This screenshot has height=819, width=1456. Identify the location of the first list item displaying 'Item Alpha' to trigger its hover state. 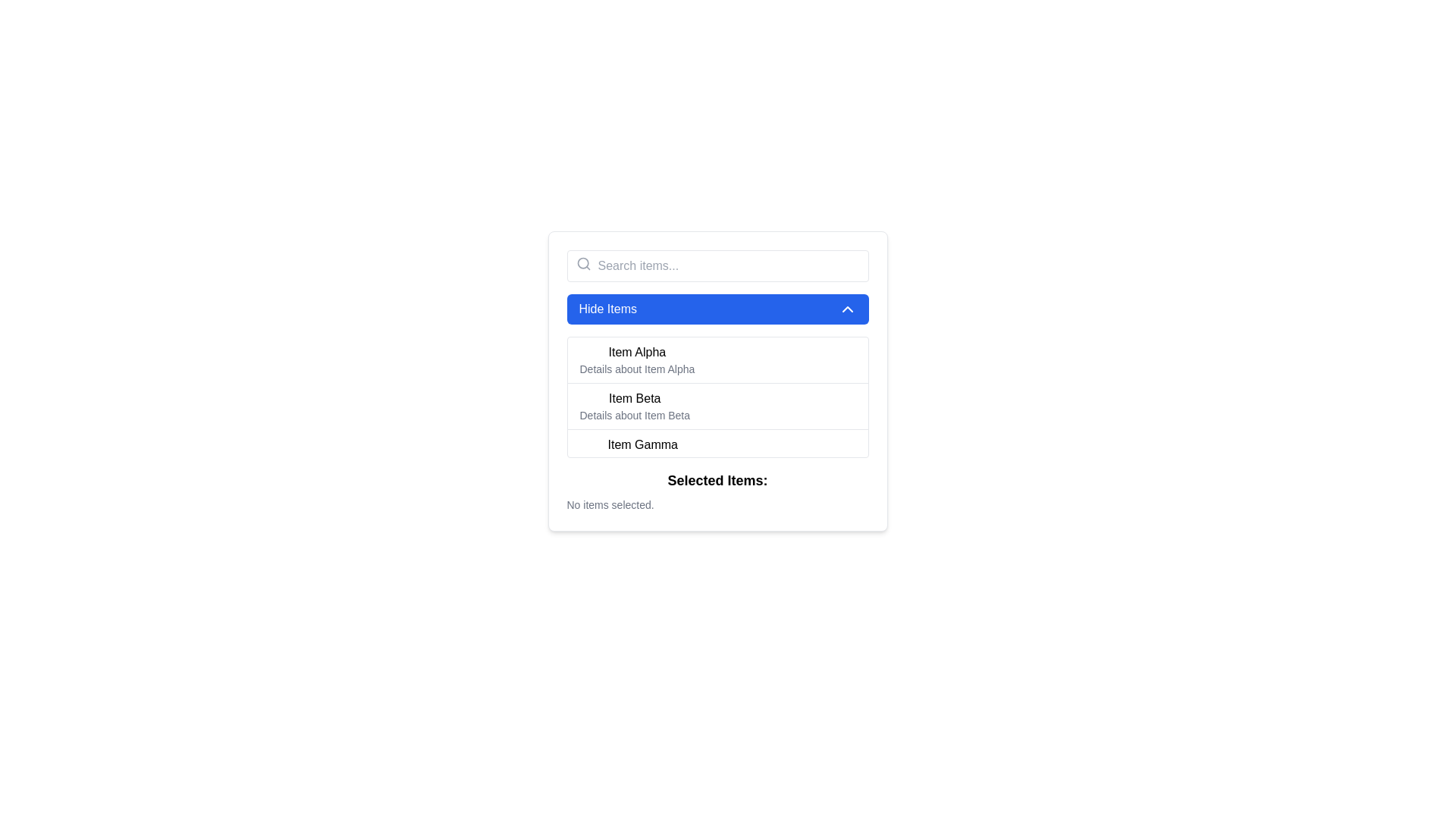
(717, 359).